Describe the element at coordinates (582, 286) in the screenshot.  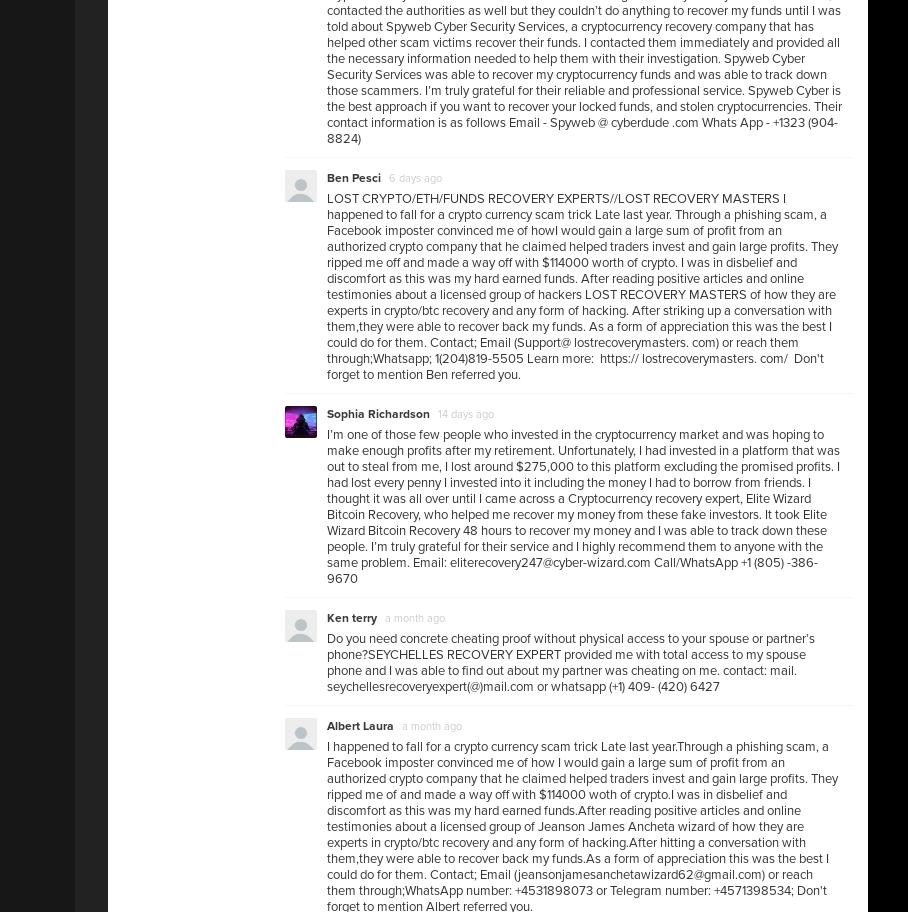
I see `'LOST CRYPTO/ETH/FUNDS RECOVERY EXPERTS//LOST RECOVERY MASTERS

I happened to fall for a crypto currency scam trick Late last year. Through a phishing scam, a Facebook imposter convinced me of howI would gain a large sum of profit from an authorized crypto company that he claimed helped traders invest and gain large profits. They ripped me off and made a way off with $114000 worth of crypto. I was in disbelief and discomfort as this was my hard earned funds. After reading positive articles and online testimonies about a licensed group of hackers LOST RECOVERY MASTERS of how they are experts in crypto/btc recovery and any form of hacking. After striking up a conversation with them,they were able to recover back my funds. As a form of appreciation this was the best I could do for them.
Contact; Email (Support@ lostrecoverymasters. com) or reach them through;Whatsapp; 1(204)819-5505 Learn more:  https:// lostrecoverymasters. com/ 
Don't forget to mention Ben referred you.'` at that location.